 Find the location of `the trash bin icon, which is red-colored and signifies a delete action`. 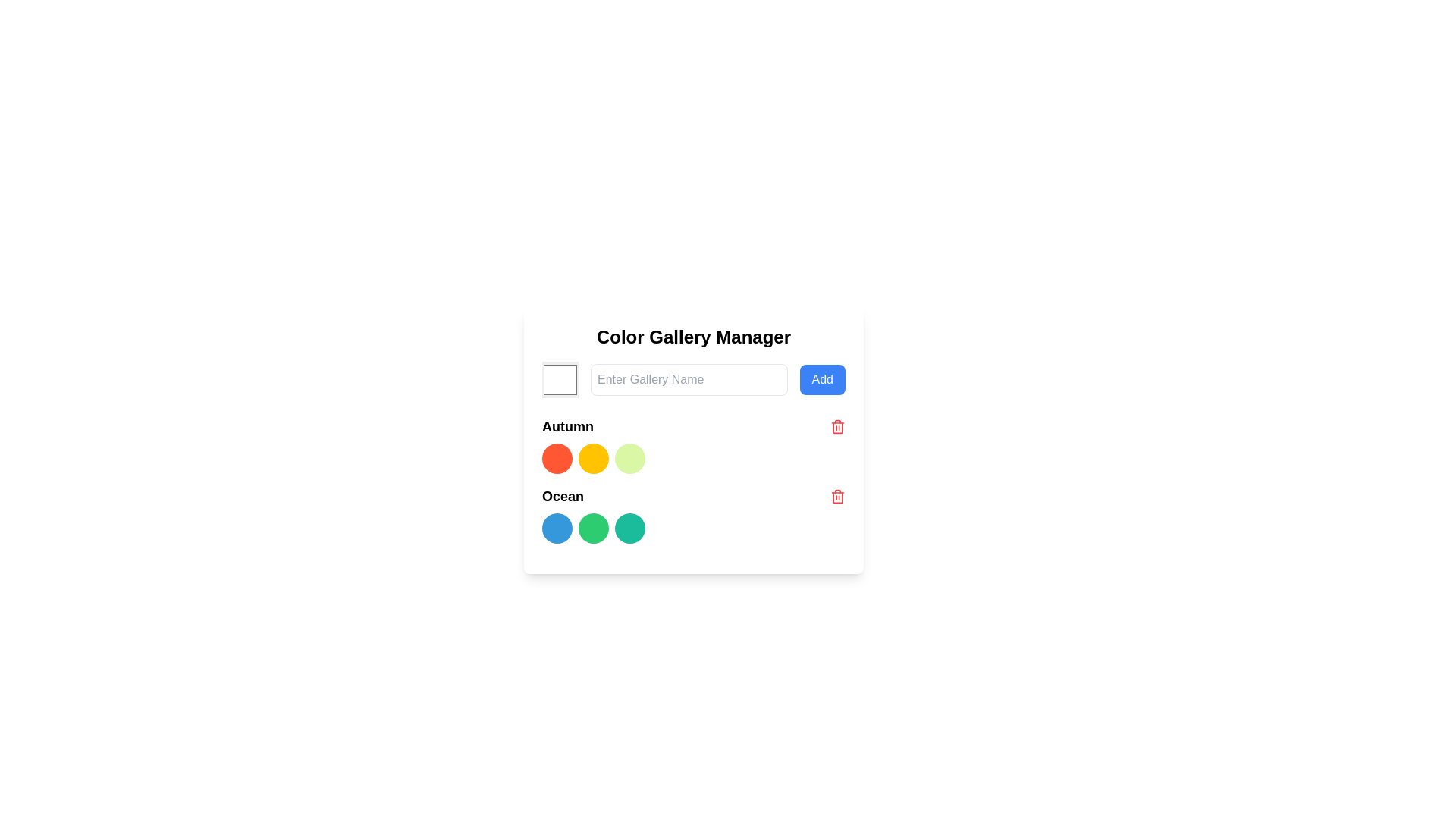

the trash bin icon, which is red-colored and signifies a delete action is located at coordinates (836, 427).